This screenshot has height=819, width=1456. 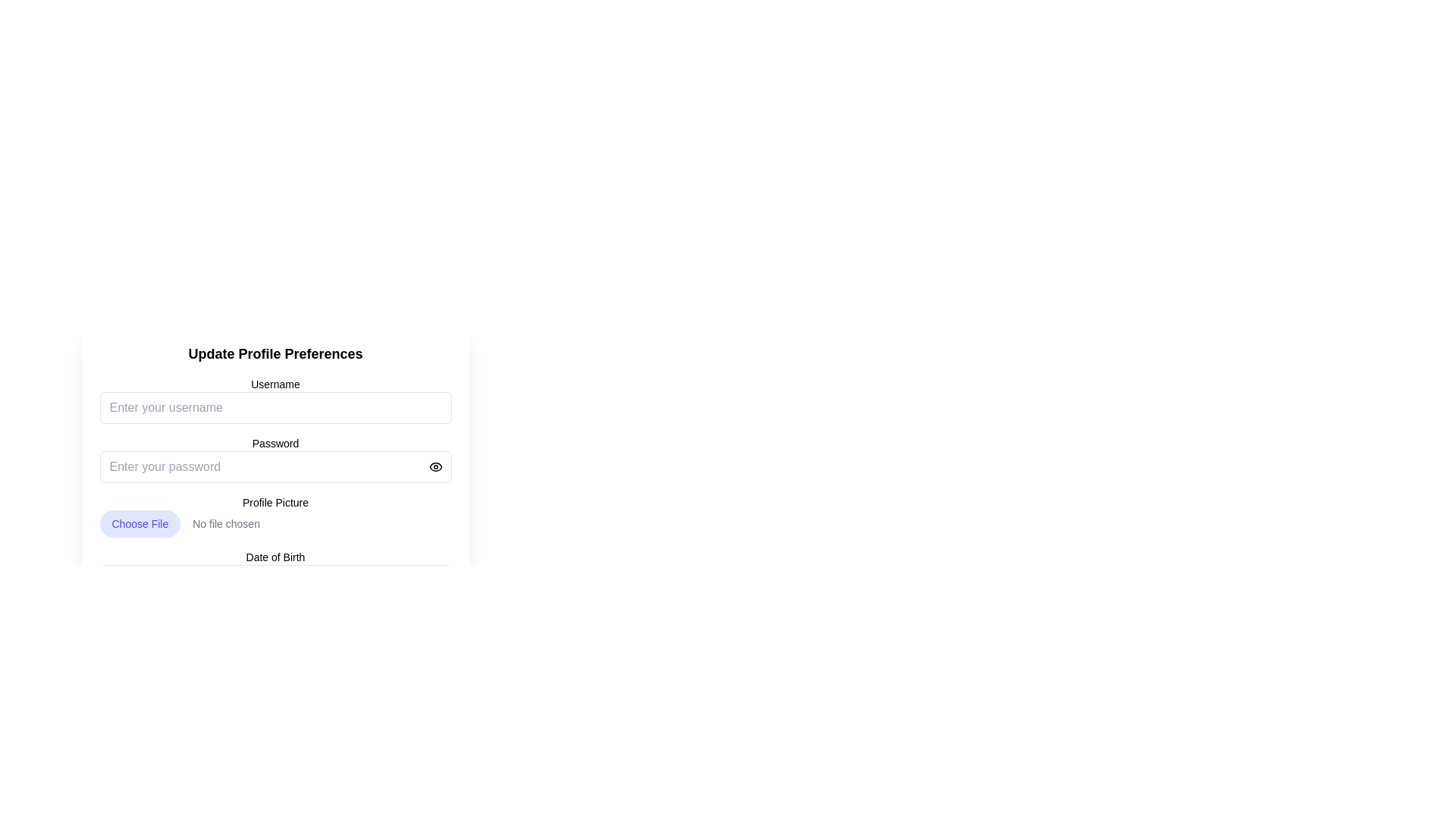 I want to click on the 'Password' label to focus on the associated password input field below it, so click(x=275, y=444).